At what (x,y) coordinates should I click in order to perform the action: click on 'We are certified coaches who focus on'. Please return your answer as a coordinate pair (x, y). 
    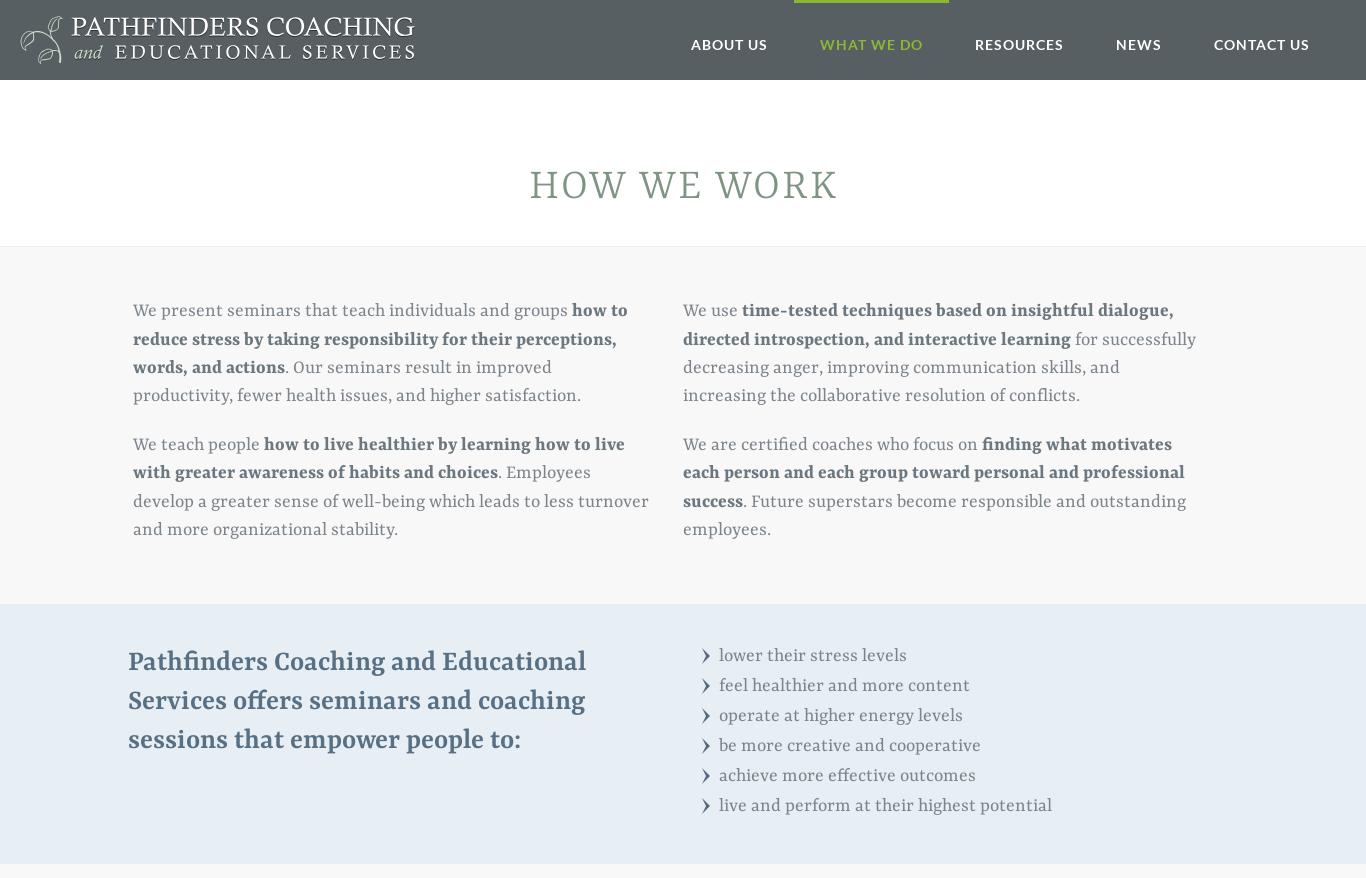
    Looking at the image, I should click on (831, 443).